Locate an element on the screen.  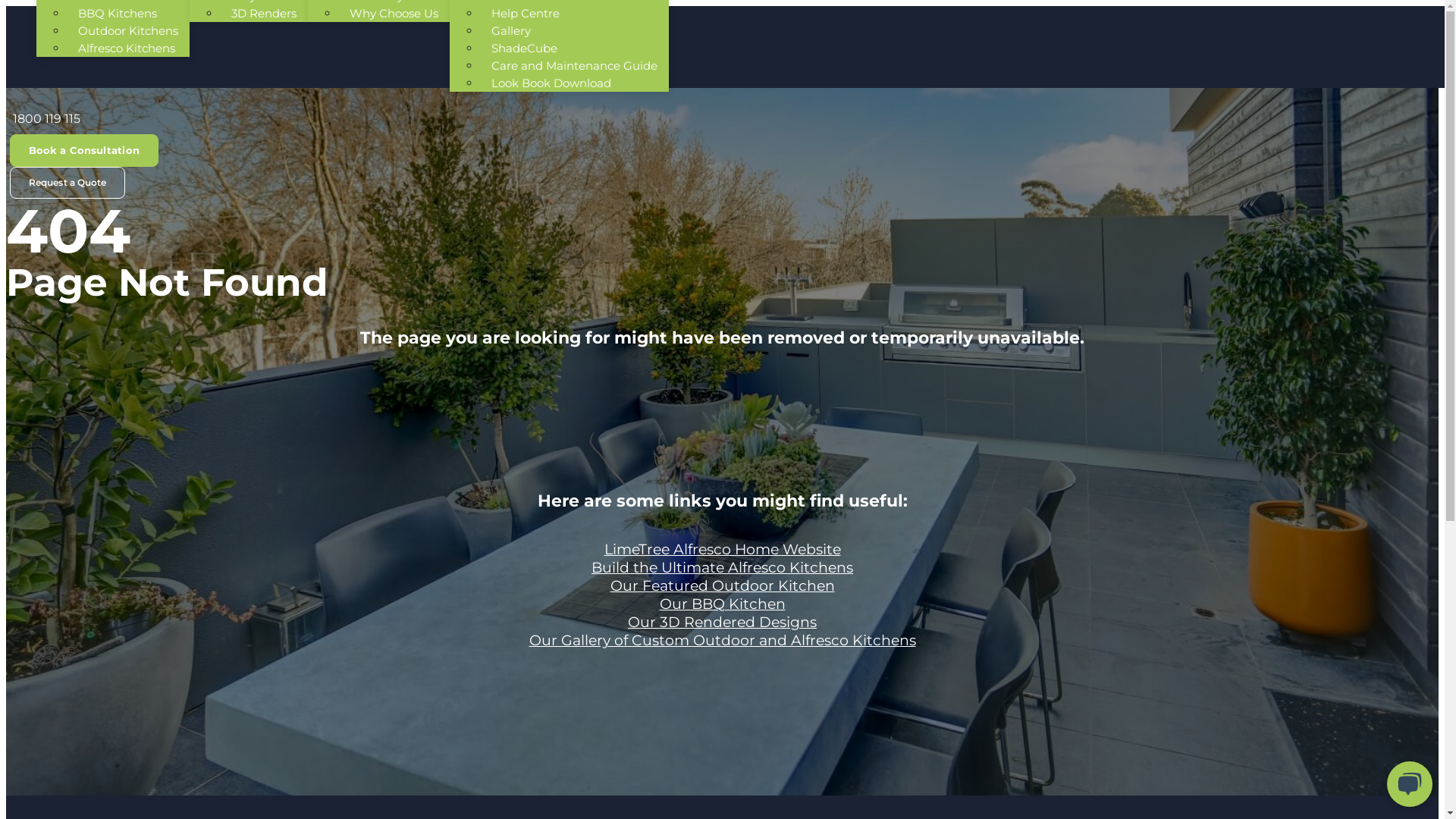
'Our Featured Outdoor Kitchen' is located at coordinates (720, 585).